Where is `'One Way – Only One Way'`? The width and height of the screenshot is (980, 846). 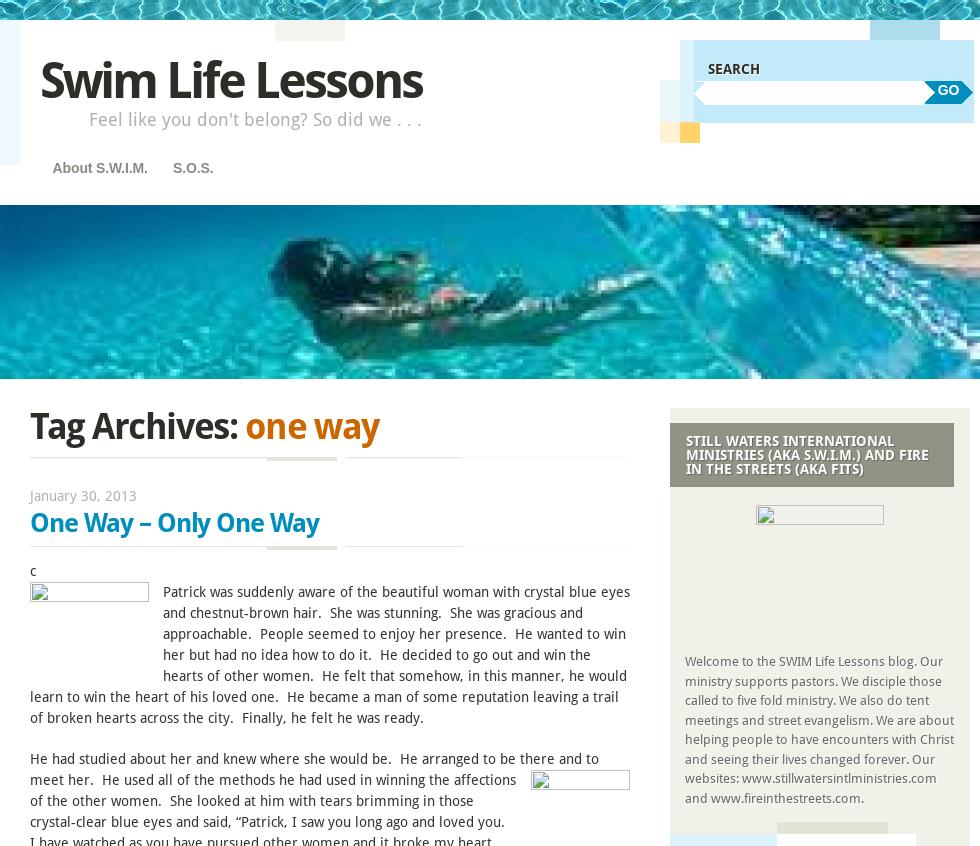 'One Way – Only One Way' is located at coordinates (174, 521).